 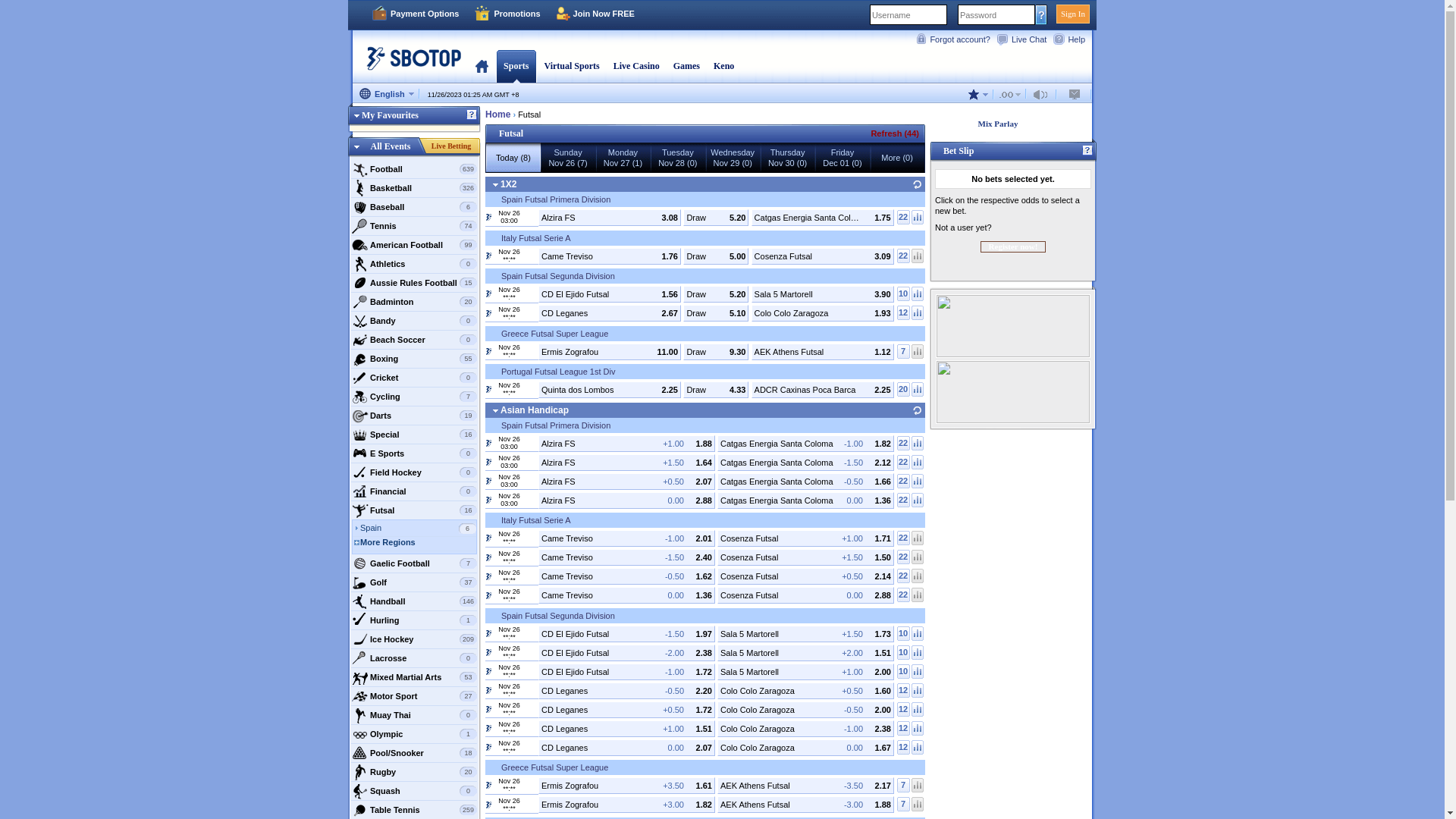 I want to click on '1.51, so click(x=805, y=651).